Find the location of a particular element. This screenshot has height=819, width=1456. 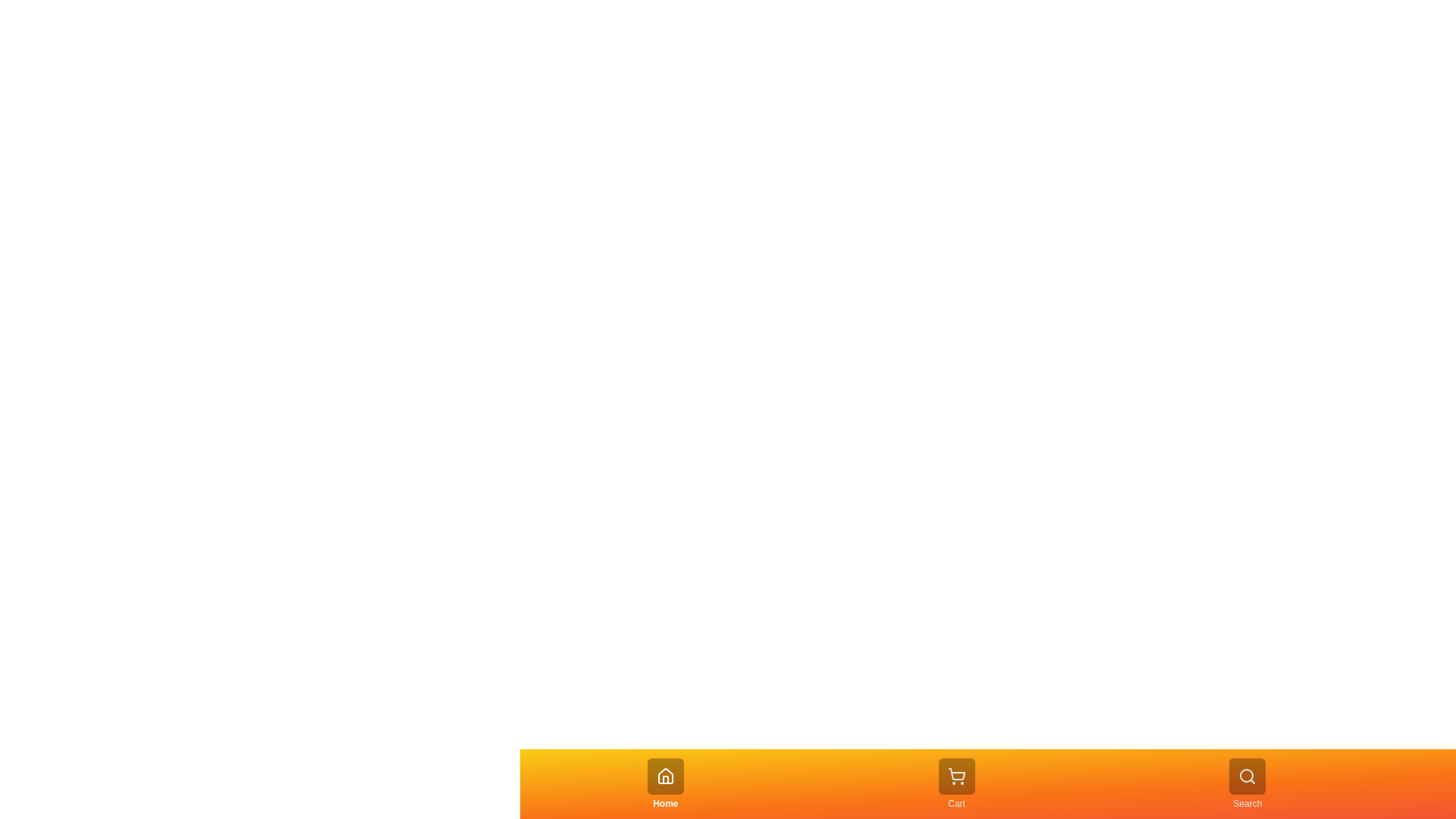

the 'Cart' tab in the bottom navigation component is located at coordinates (955, 783).